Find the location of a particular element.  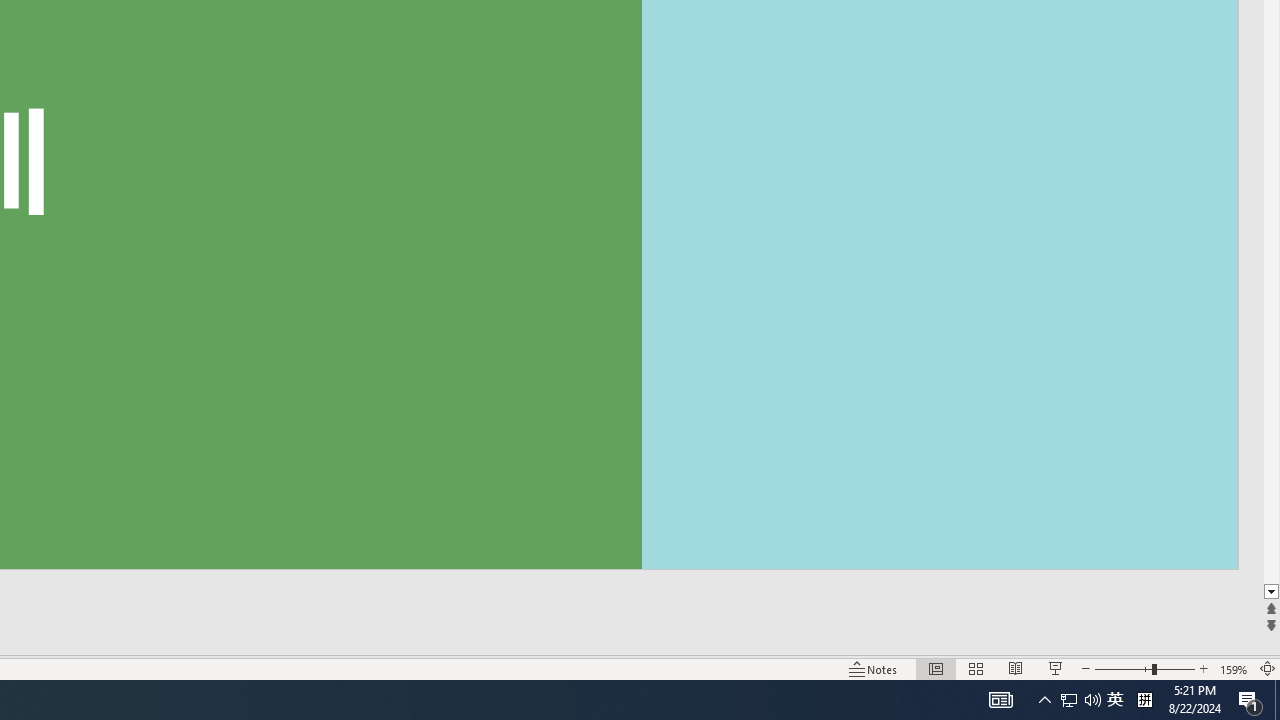

'Q2790: 100%' is located at coordinates (1092, 698).